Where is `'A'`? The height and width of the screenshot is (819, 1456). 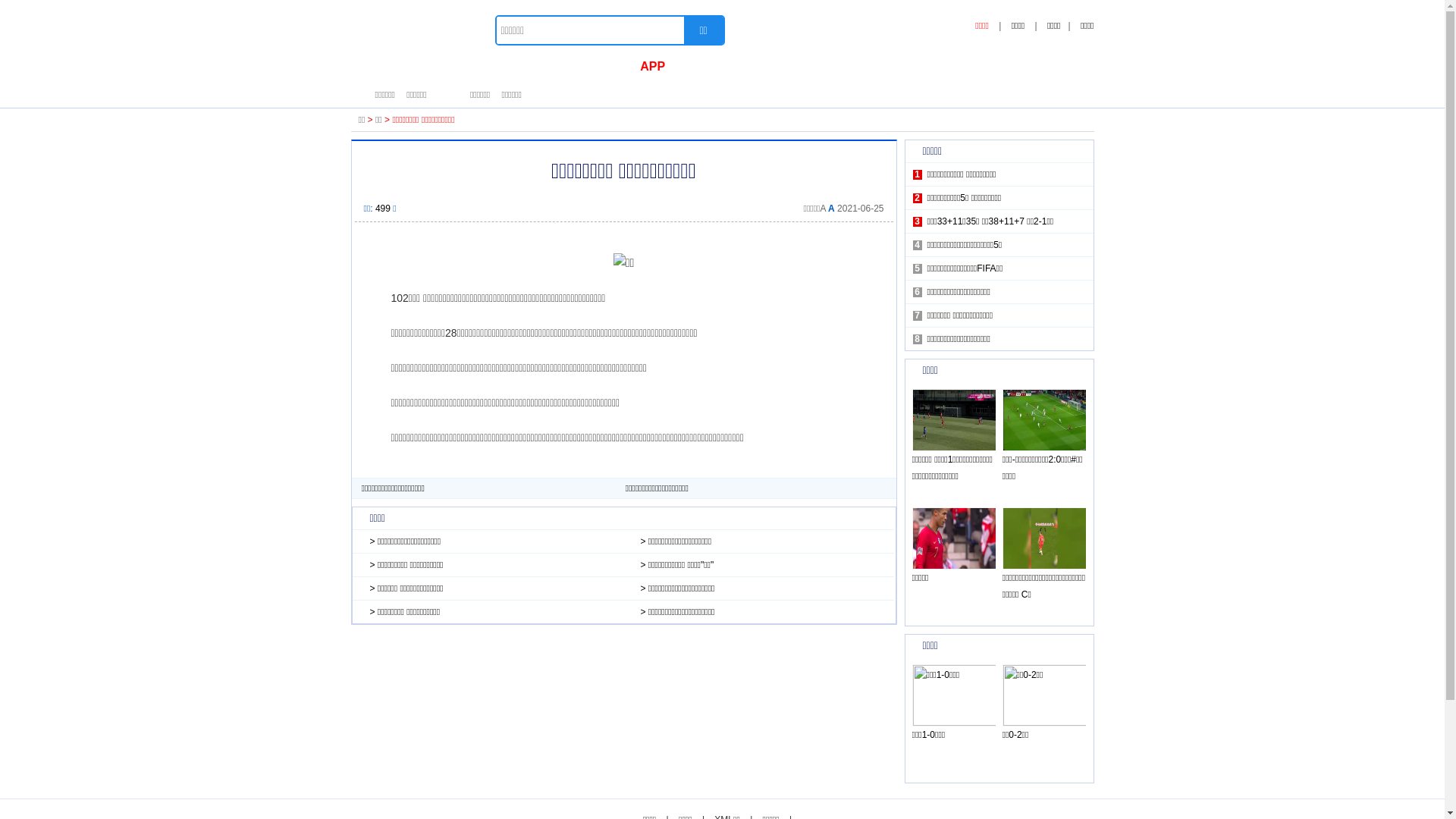
'A' is located at coordinates (821, 208).